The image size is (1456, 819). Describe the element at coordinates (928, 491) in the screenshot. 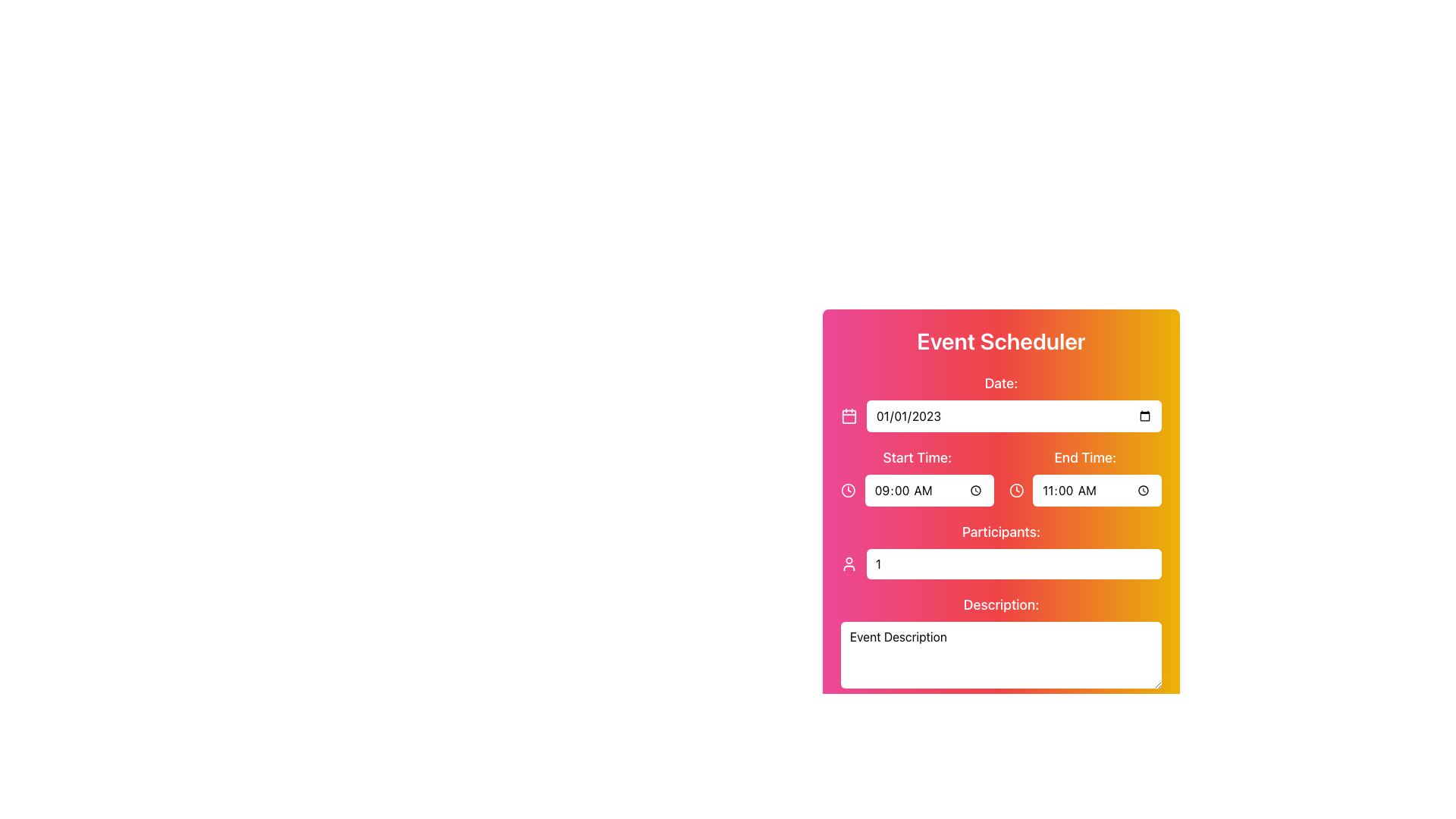

I see `the Time picker input field associated with the 'Start Time' label` at that location.